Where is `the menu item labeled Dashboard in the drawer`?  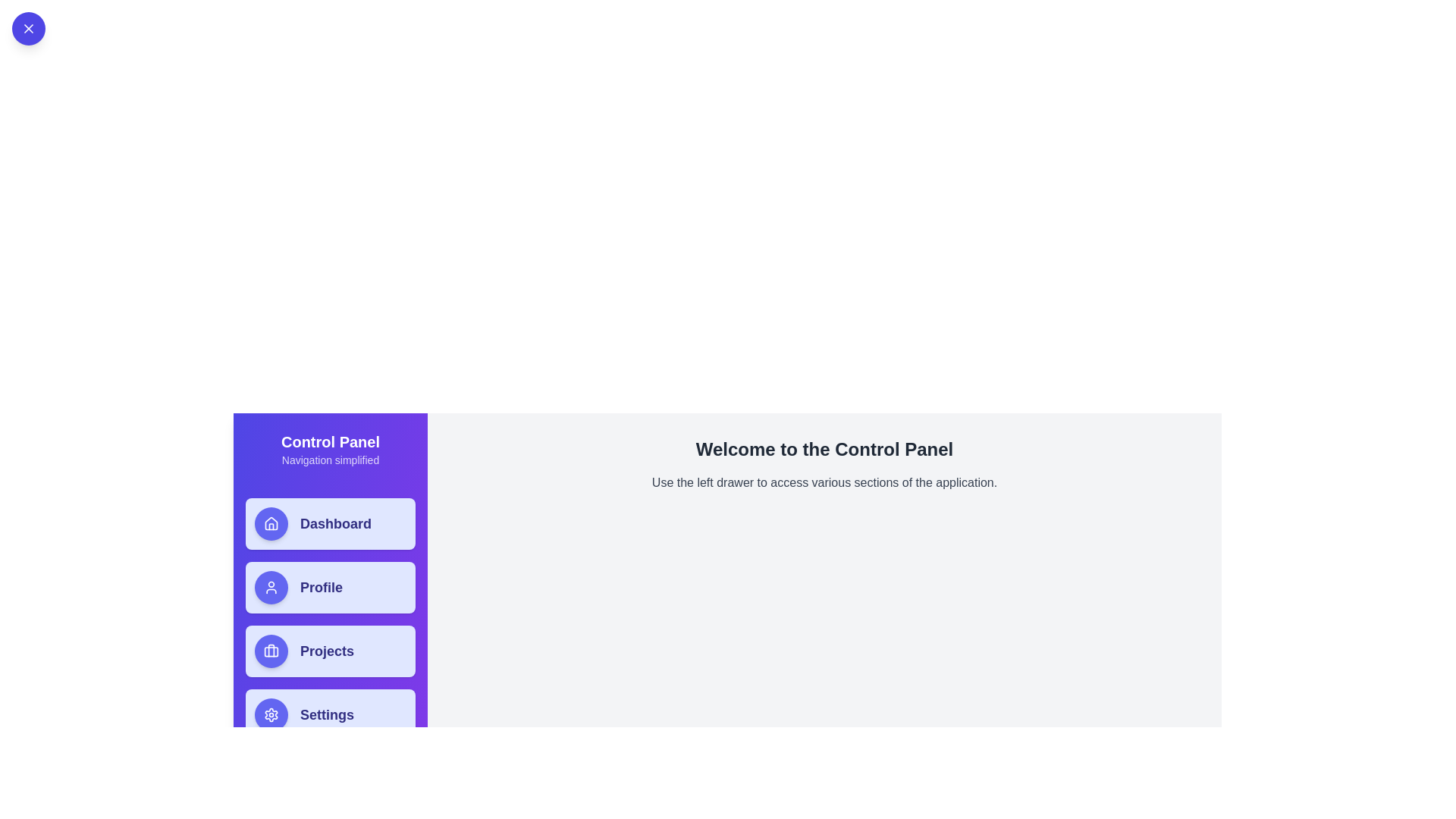
the menu item labeled Dashboard in the drawer is located at coordinates (330, 522).